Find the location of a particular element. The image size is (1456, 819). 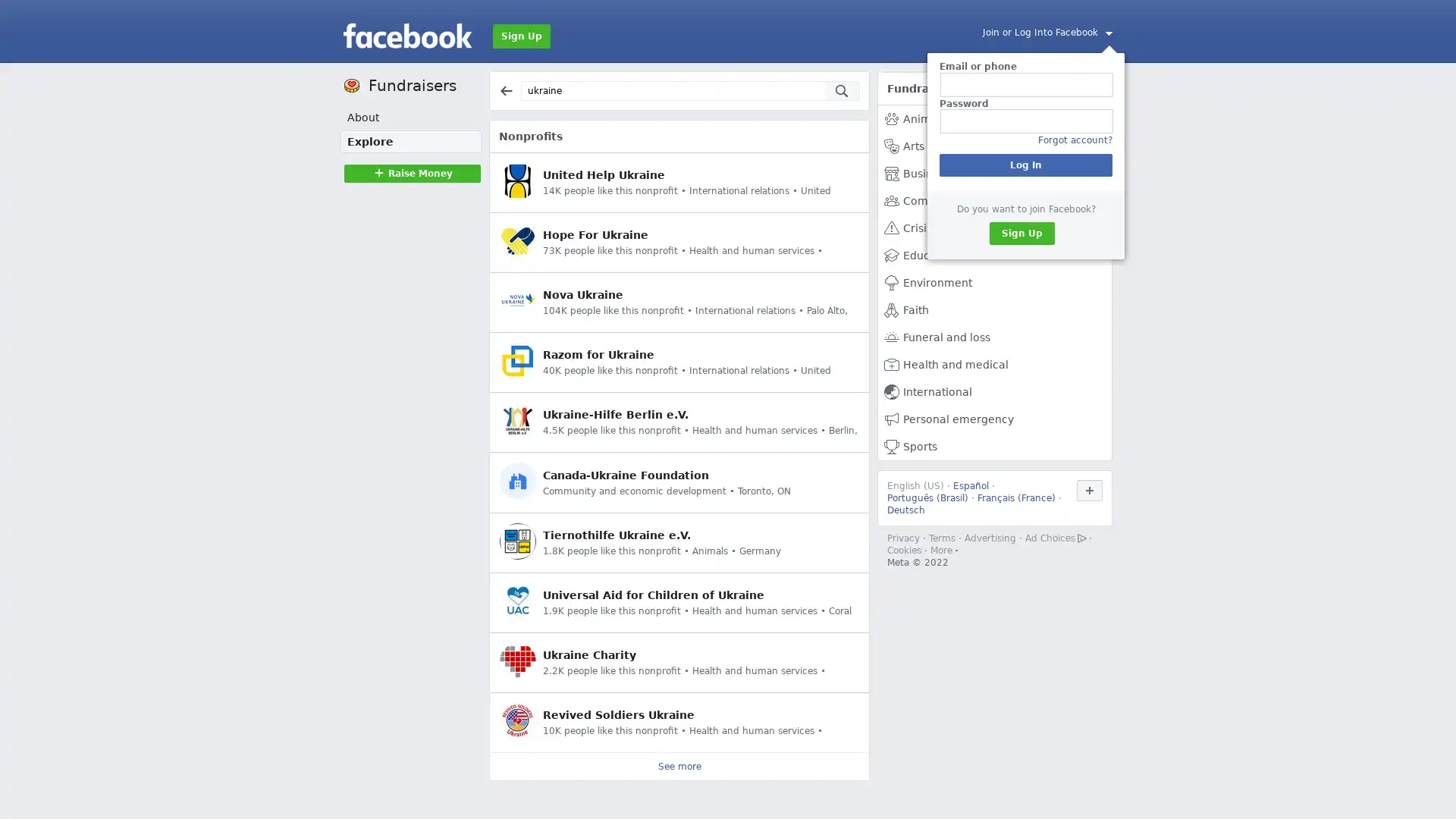

Francais (France) is located at coordinates (1016, 497).